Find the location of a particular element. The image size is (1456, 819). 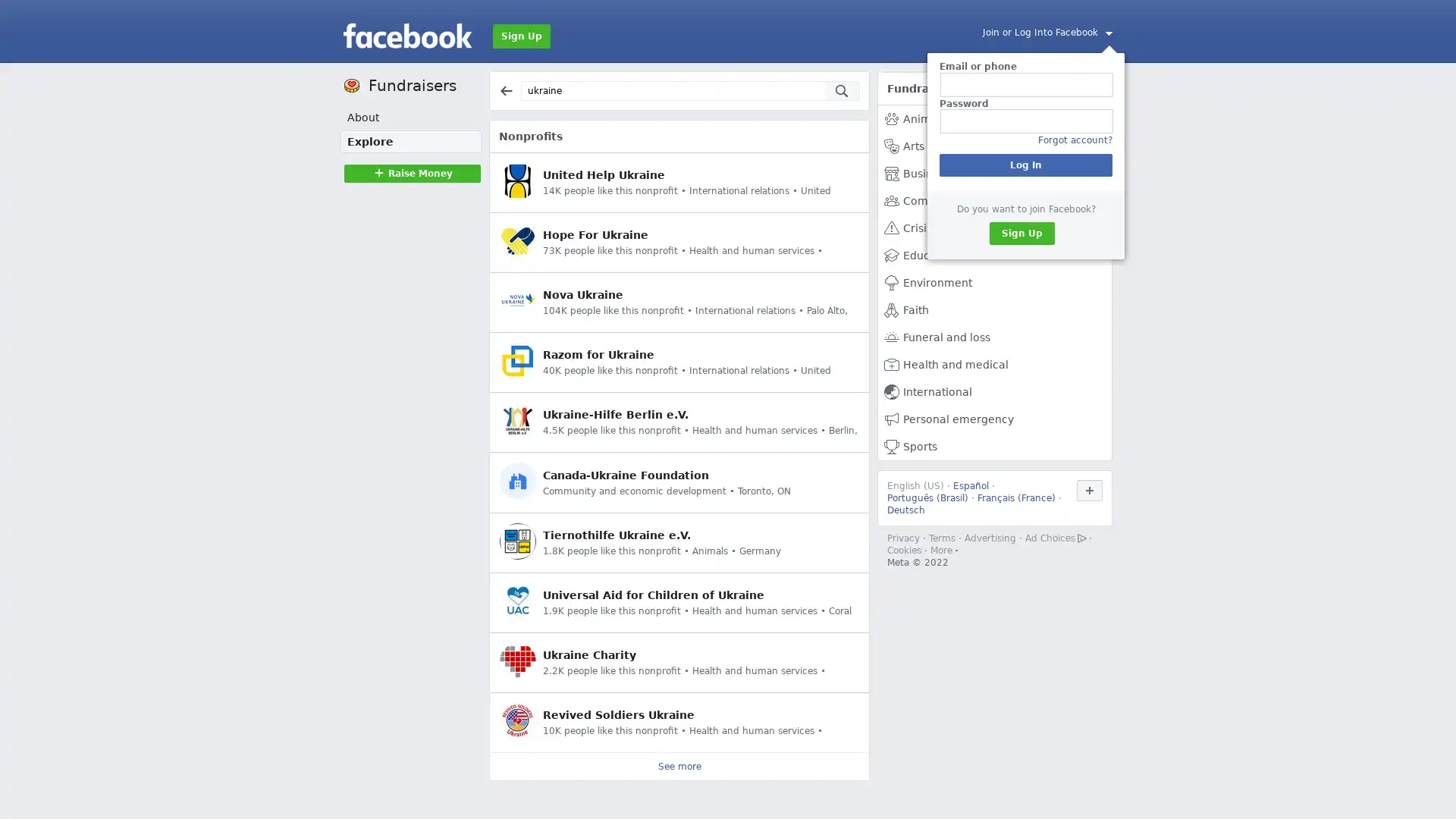

Francais (France) is located at coordinates (1016, 497).